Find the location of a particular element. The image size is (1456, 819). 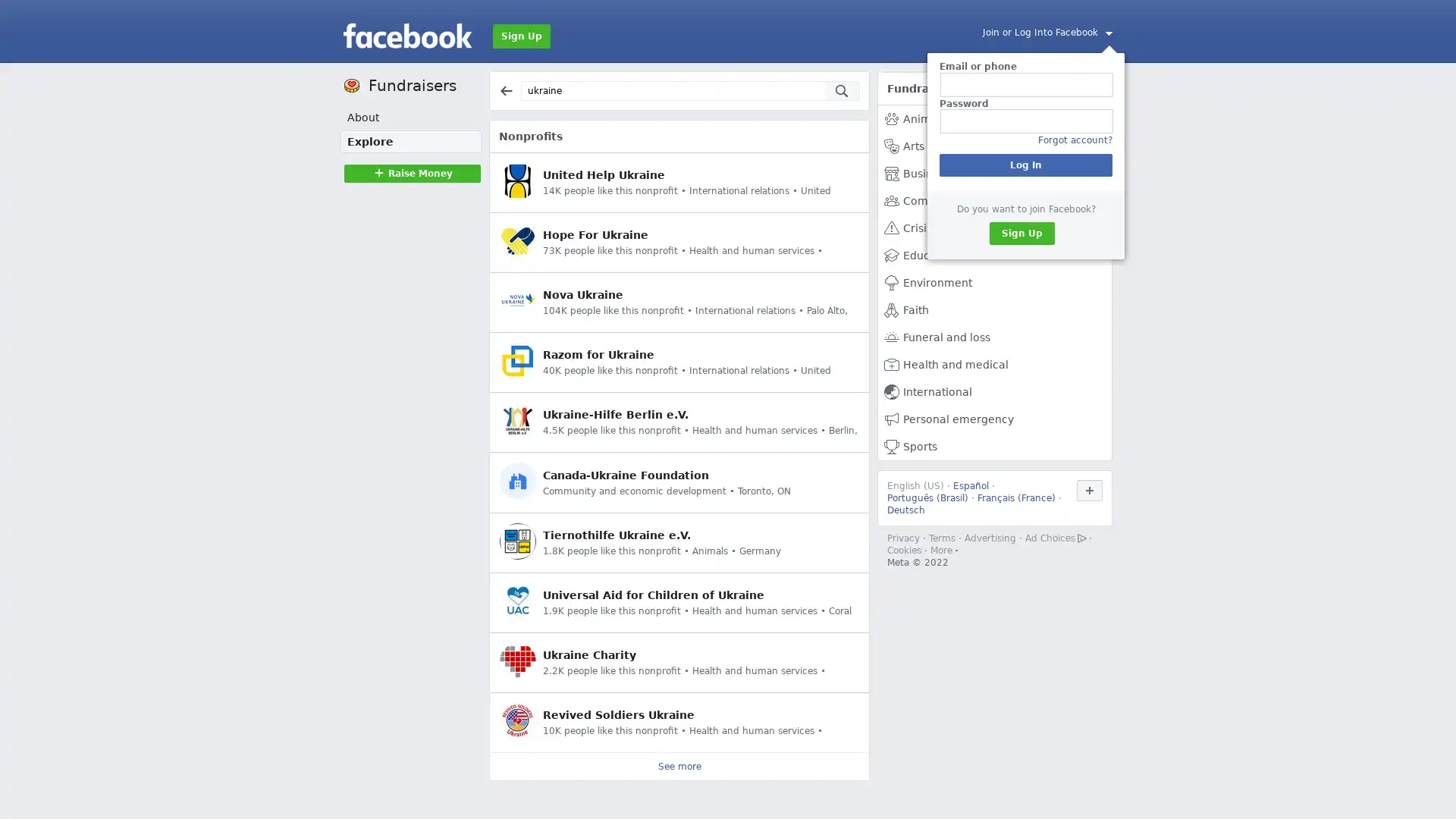

Francais (France) is located at coordinates (1016, 497).